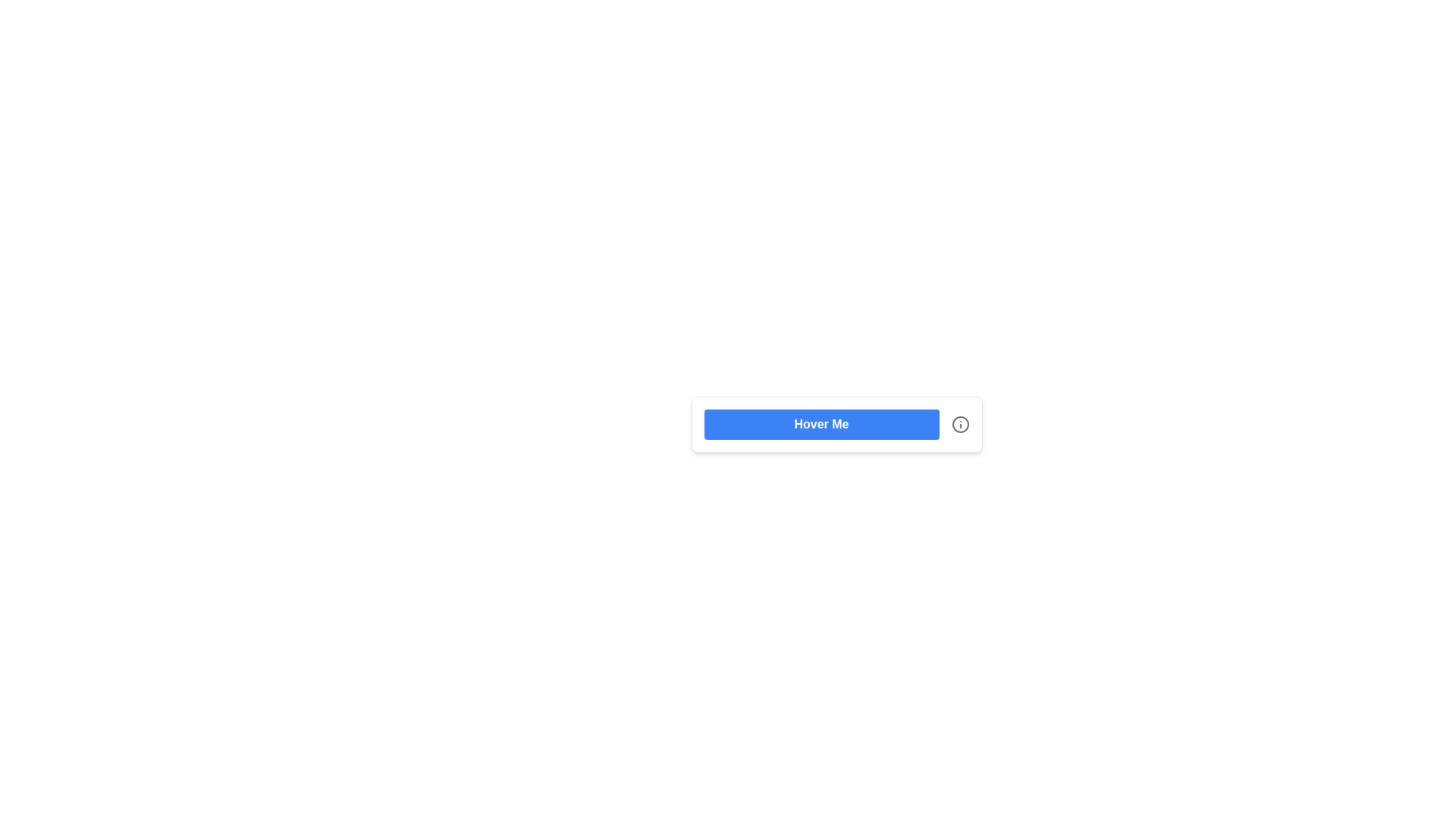 Image resolution: width=1456 pixels, height=819 pixels. Describe the element at coordinates (821, 424) in the screenshot. I see `the rectangular button with rounded corners labeled 'Hover Me'` at that location.